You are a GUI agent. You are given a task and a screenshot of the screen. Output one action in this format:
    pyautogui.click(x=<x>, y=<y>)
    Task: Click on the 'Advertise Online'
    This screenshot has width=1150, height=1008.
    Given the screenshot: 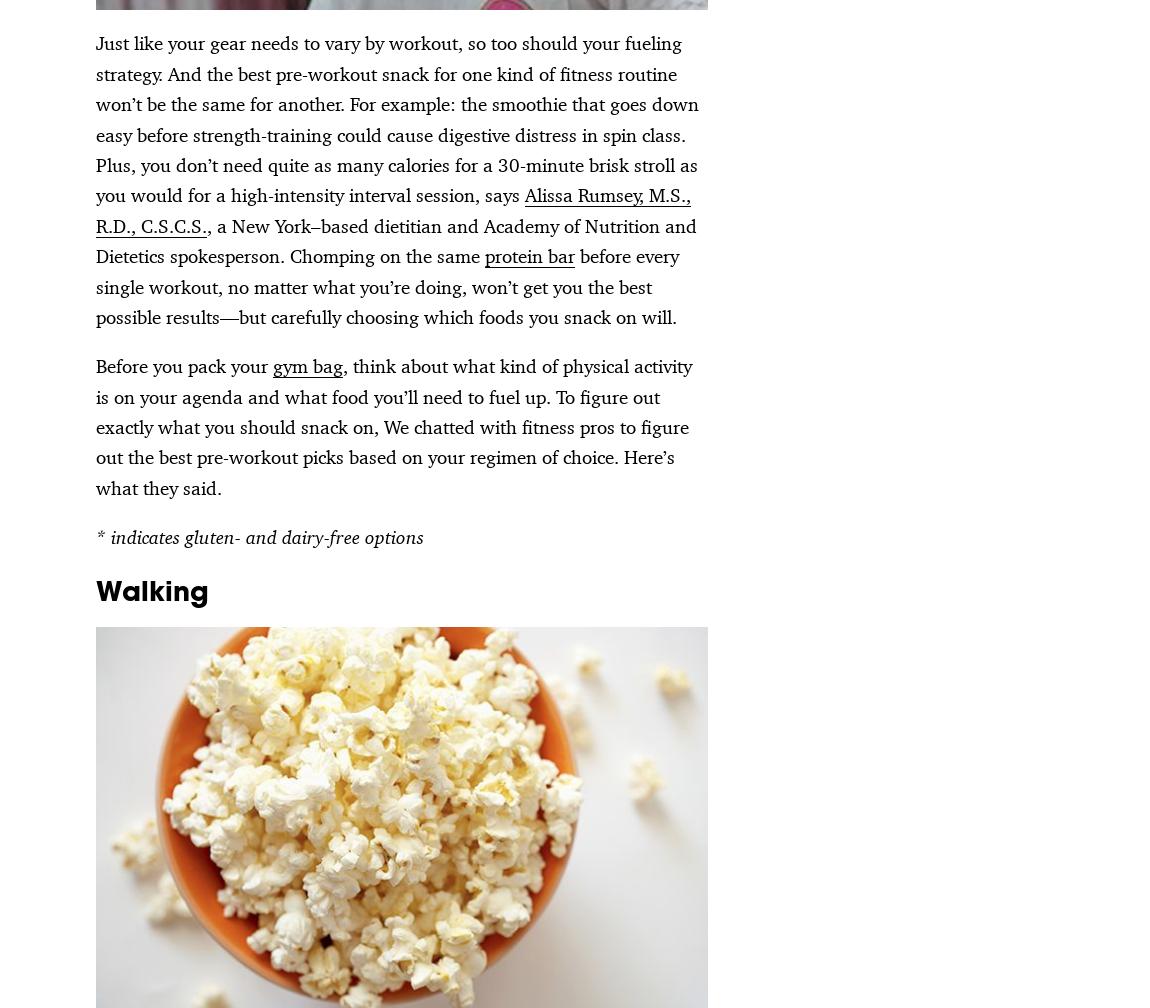 What is the action you would take?
    pyautogui.click(x=892, y=840)
    